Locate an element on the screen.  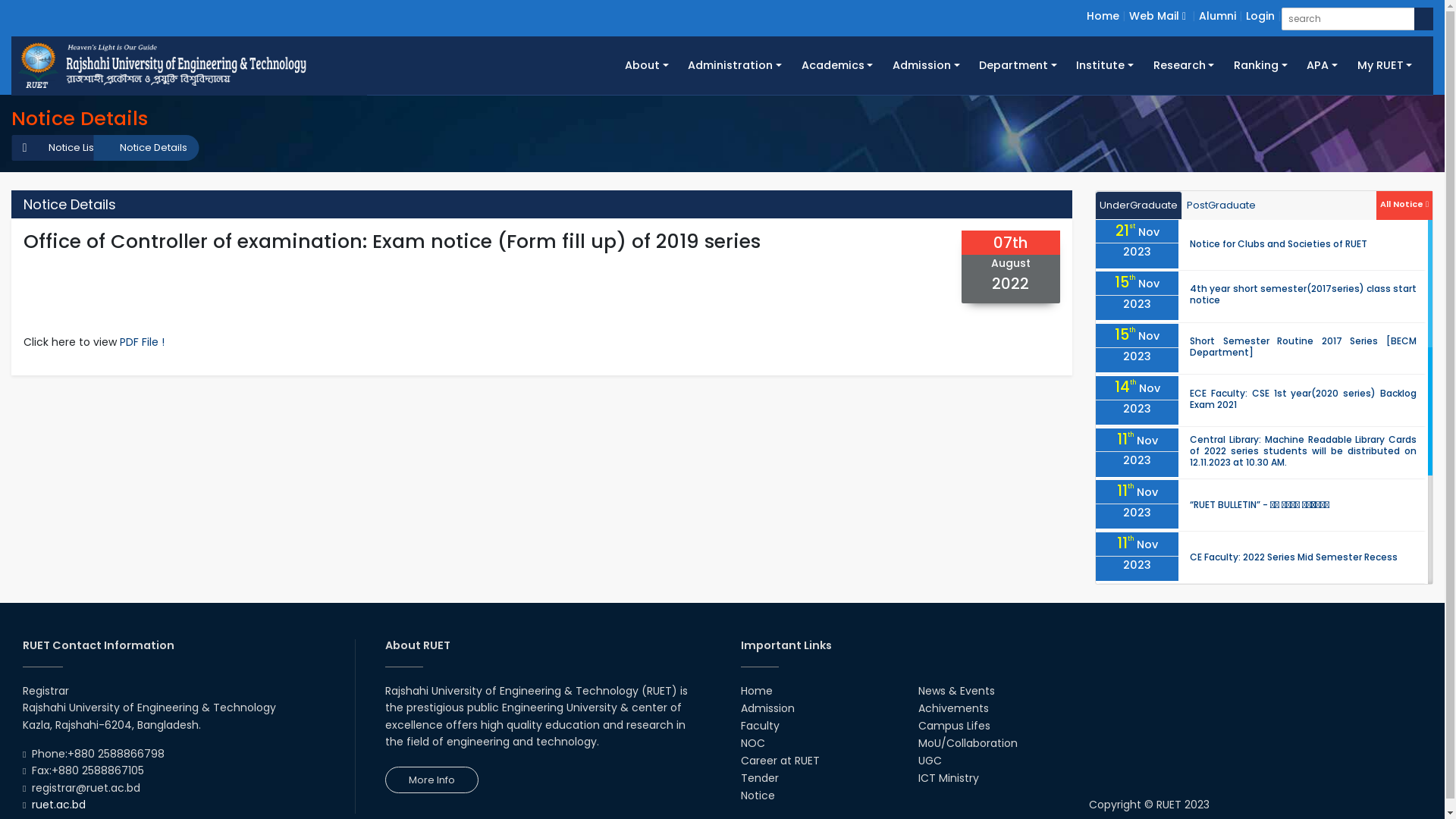
'MoU/Collaboration' is located at coordinates (967, 742).